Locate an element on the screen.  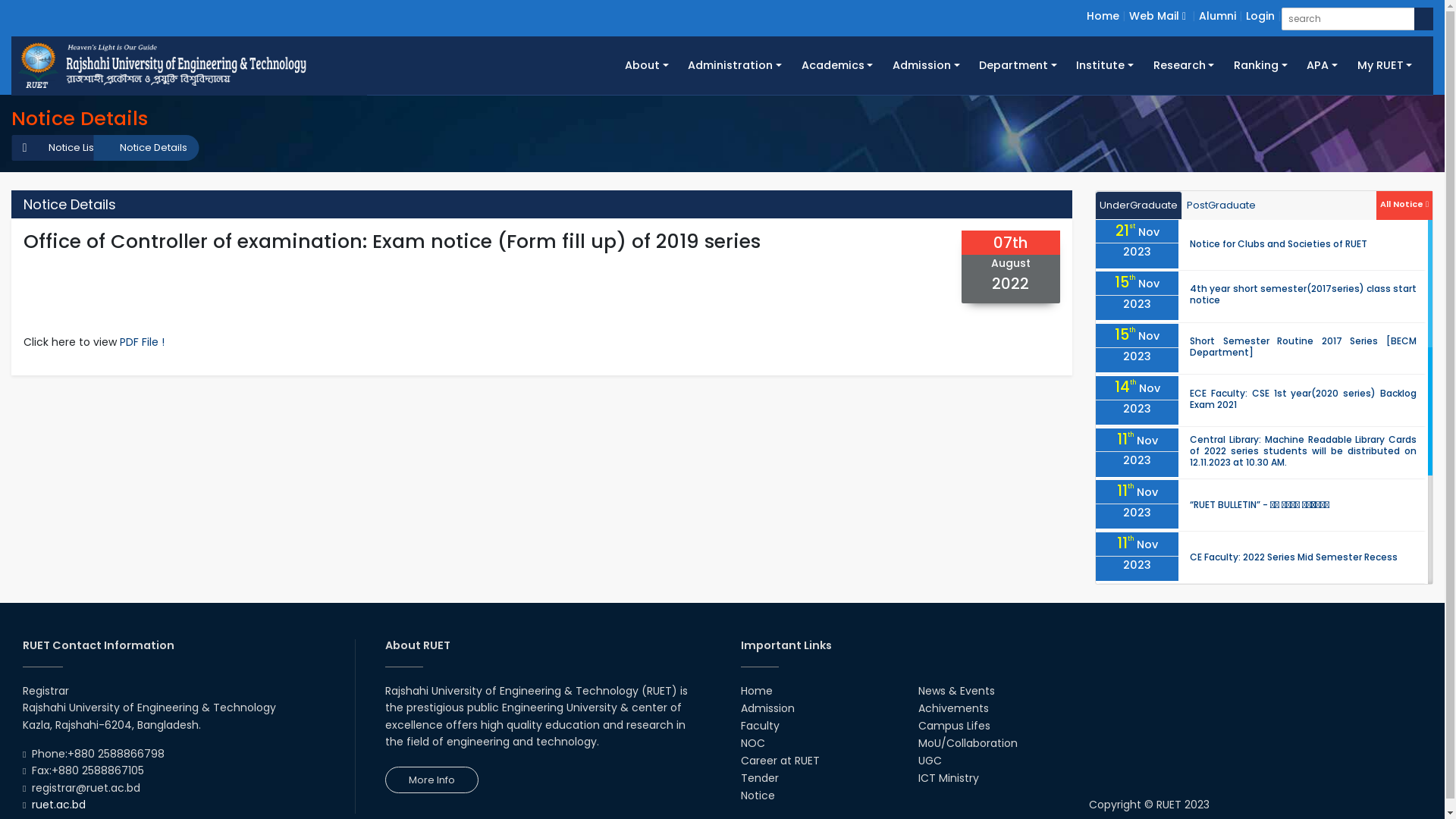
'MoU/Collaboration' is located at coordinates (967, 742).